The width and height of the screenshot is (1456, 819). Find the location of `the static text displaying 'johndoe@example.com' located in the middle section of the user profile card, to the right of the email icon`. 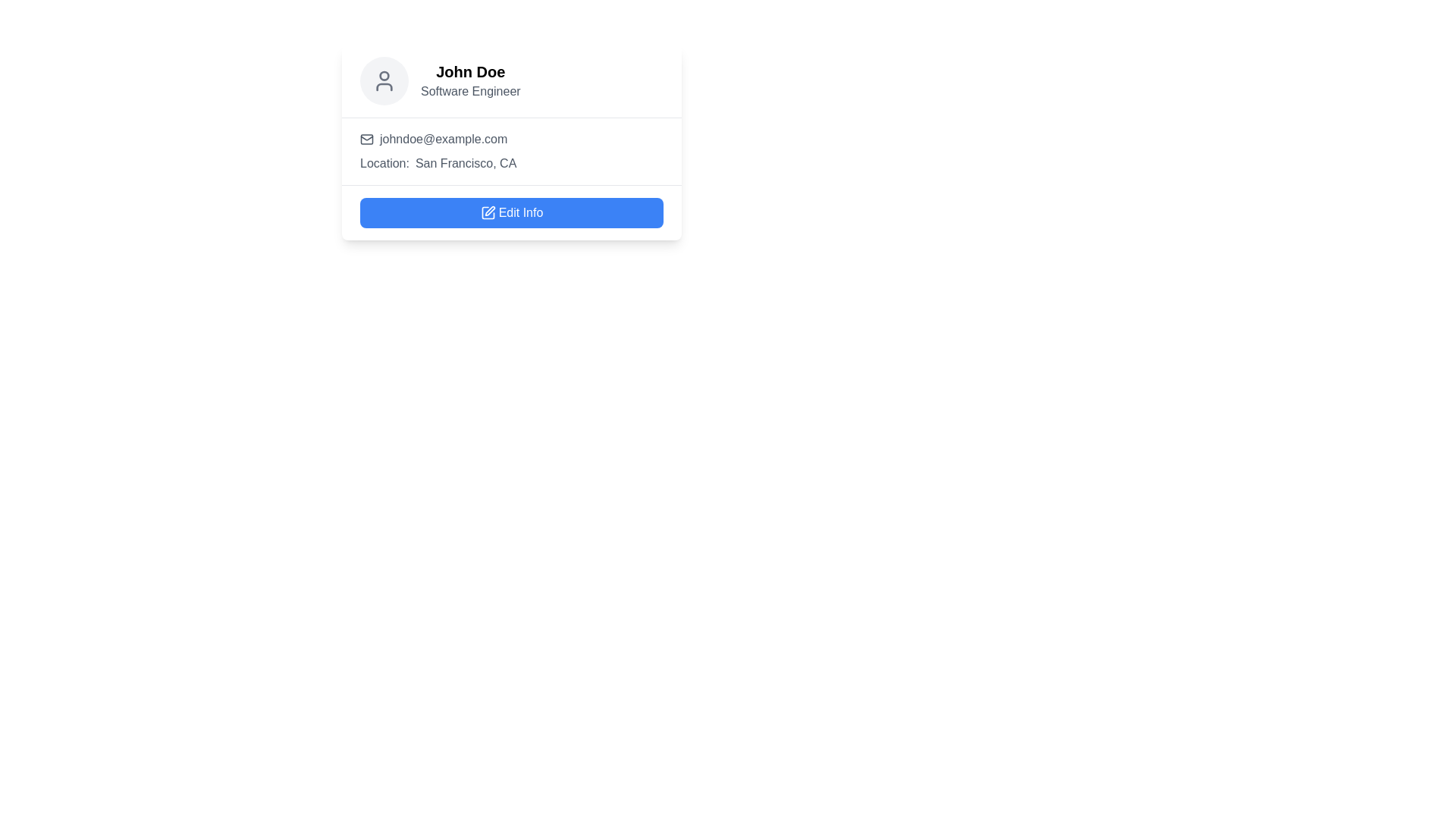

the static text displaying 'johndoe@example.com' located in the middle section of the user profile card, to the right of the email icon is located at coordinates (443, 140).